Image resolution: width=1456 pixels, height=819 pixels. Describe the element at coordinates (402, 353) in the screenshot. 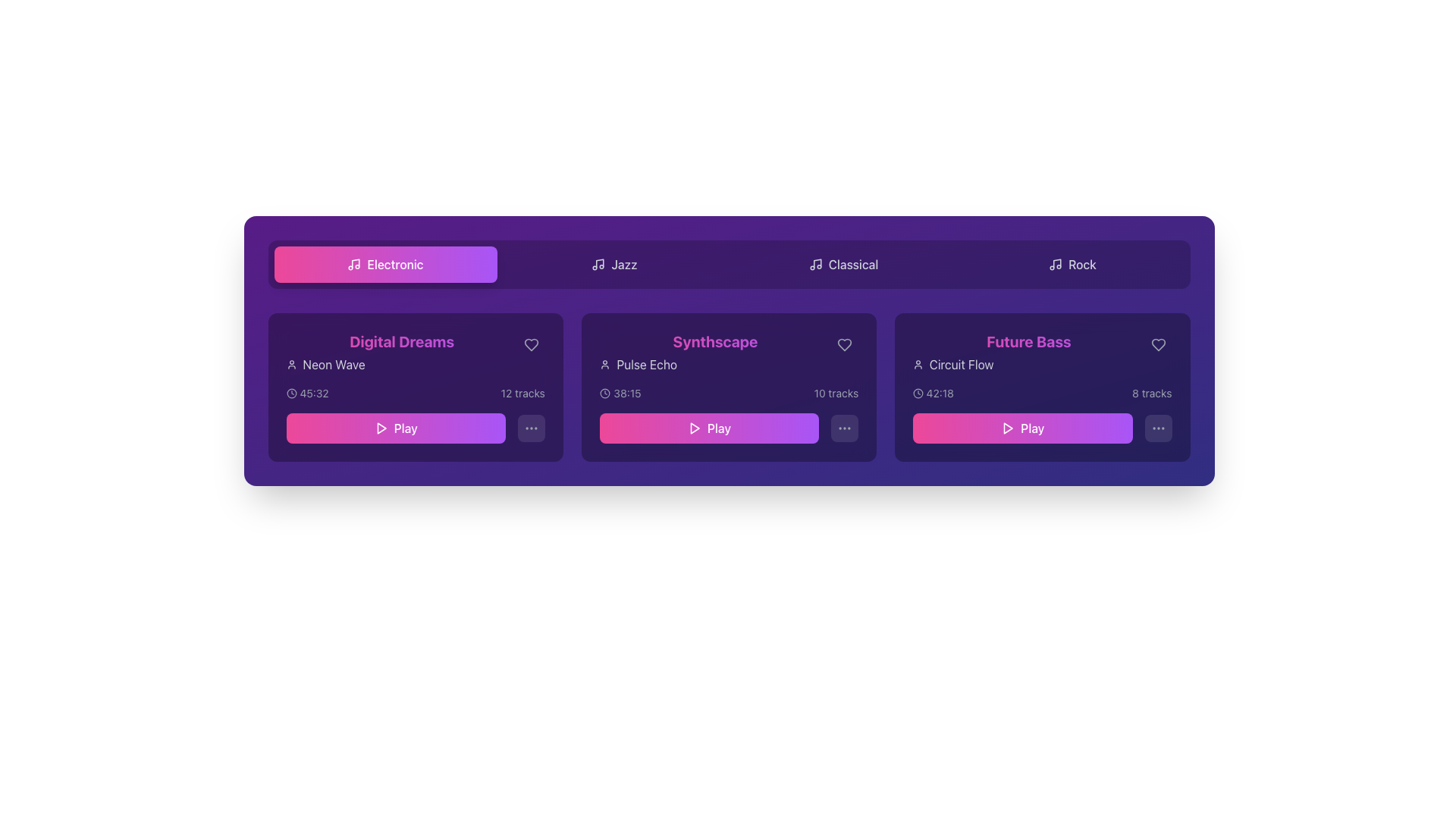

I see `the text block displaying 'Digital Dreams' and 'Neon Wave' for potential interactions` at that location.